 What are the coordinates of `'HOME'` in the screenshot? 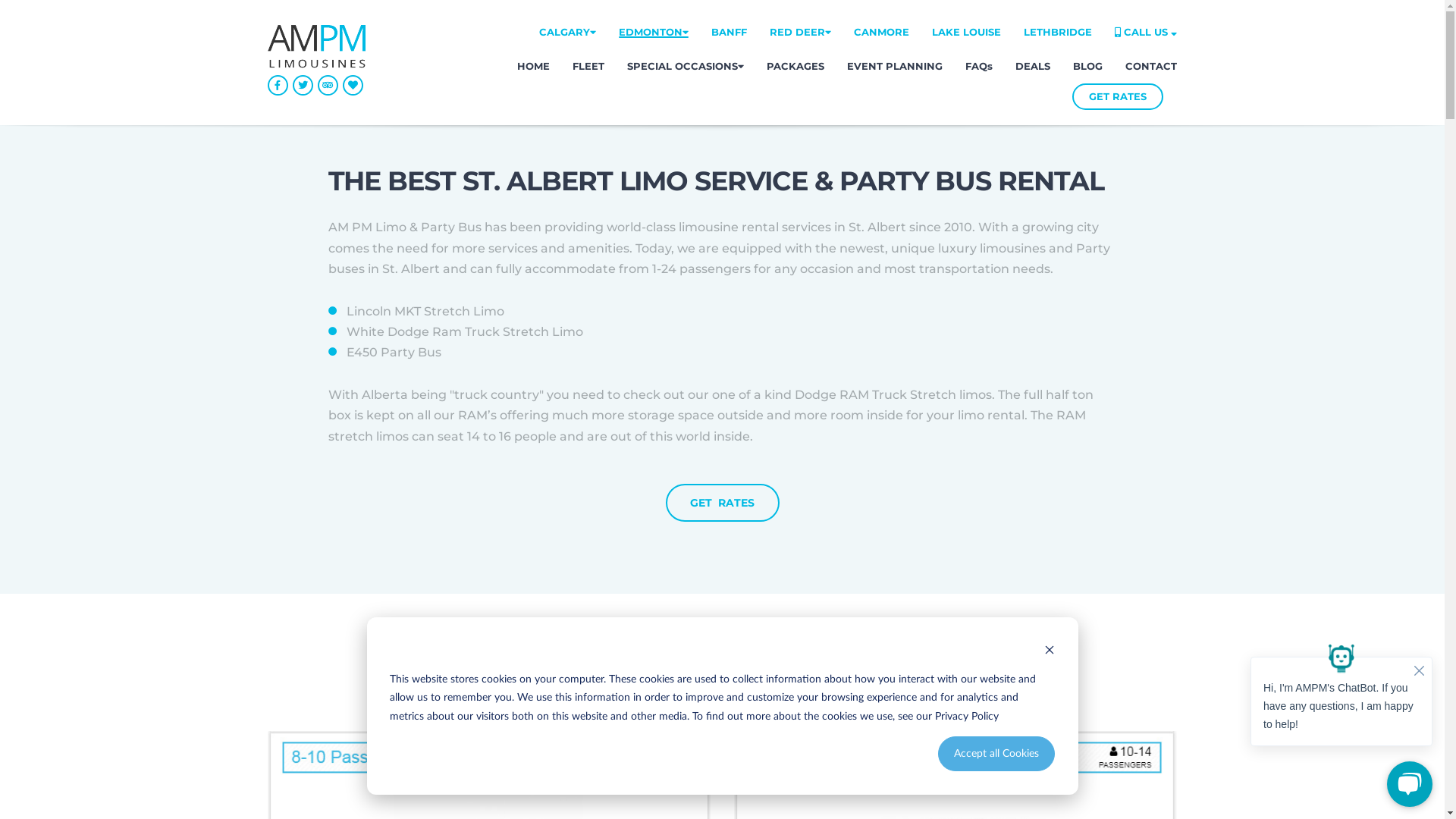 It's located at (533, 65).